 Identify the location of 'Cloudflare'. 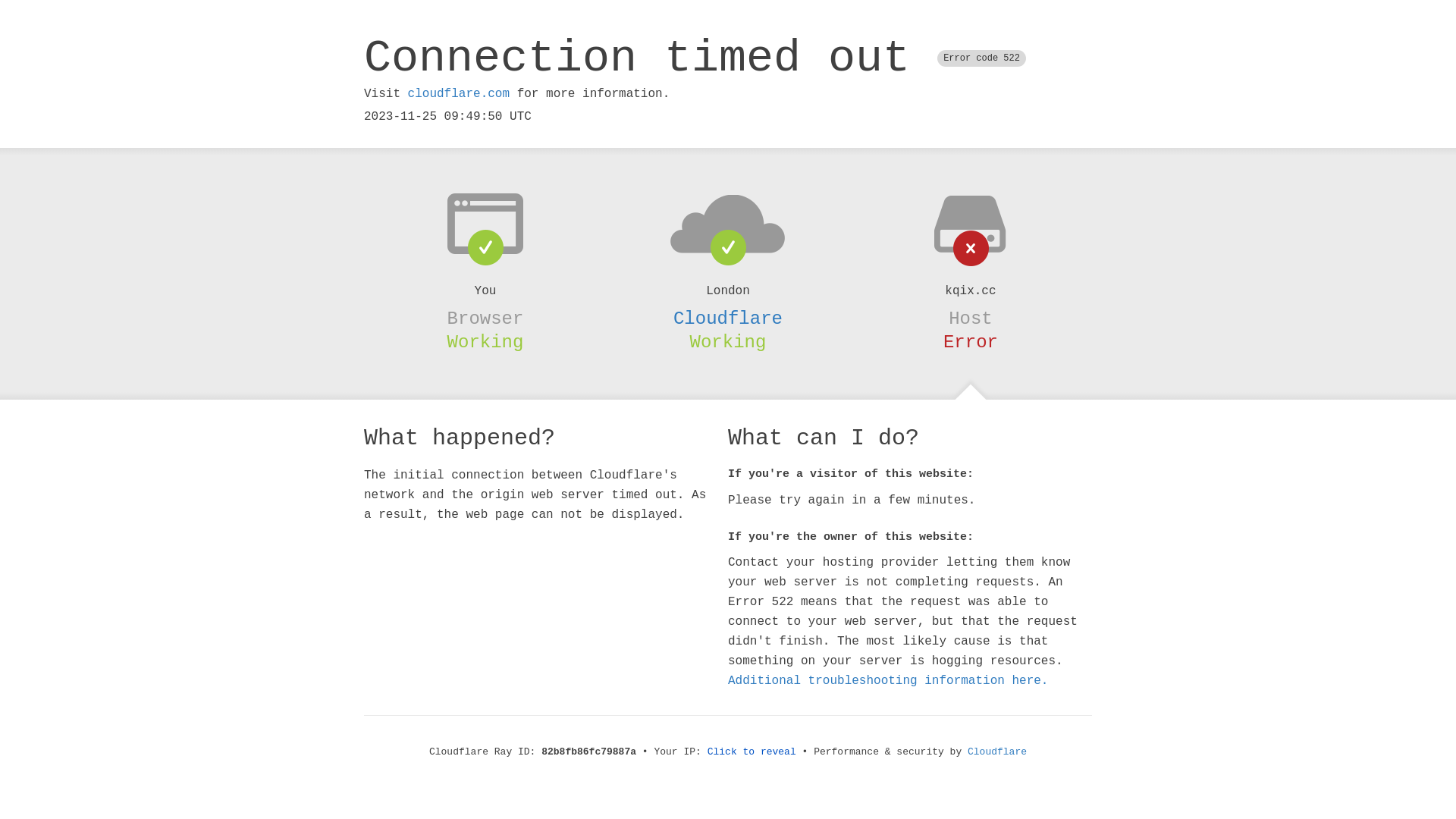
(997, 752).